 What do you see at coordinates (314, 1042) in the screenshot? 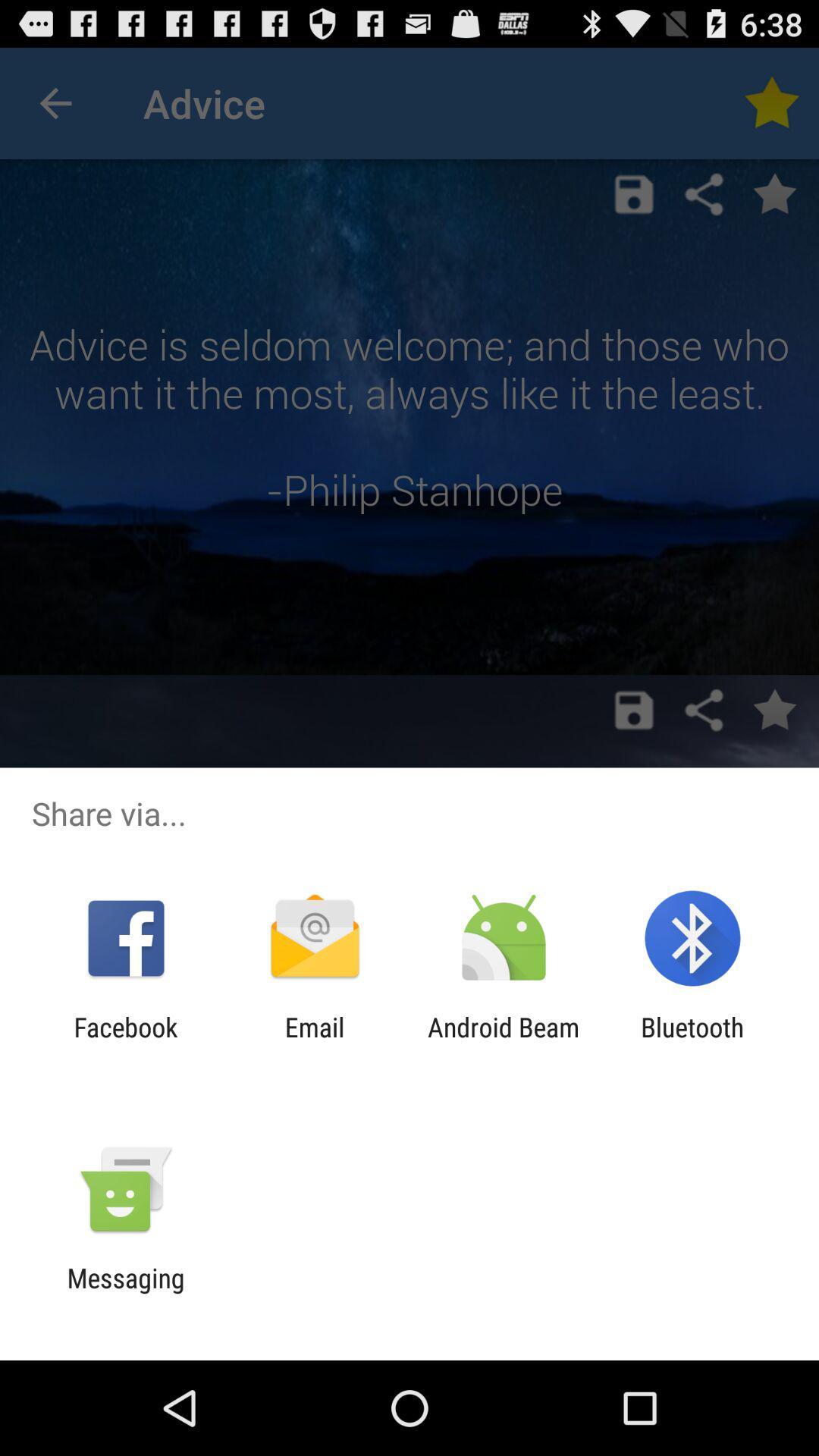
I see `app next to facebook item` at bounding box center [314, 1042].